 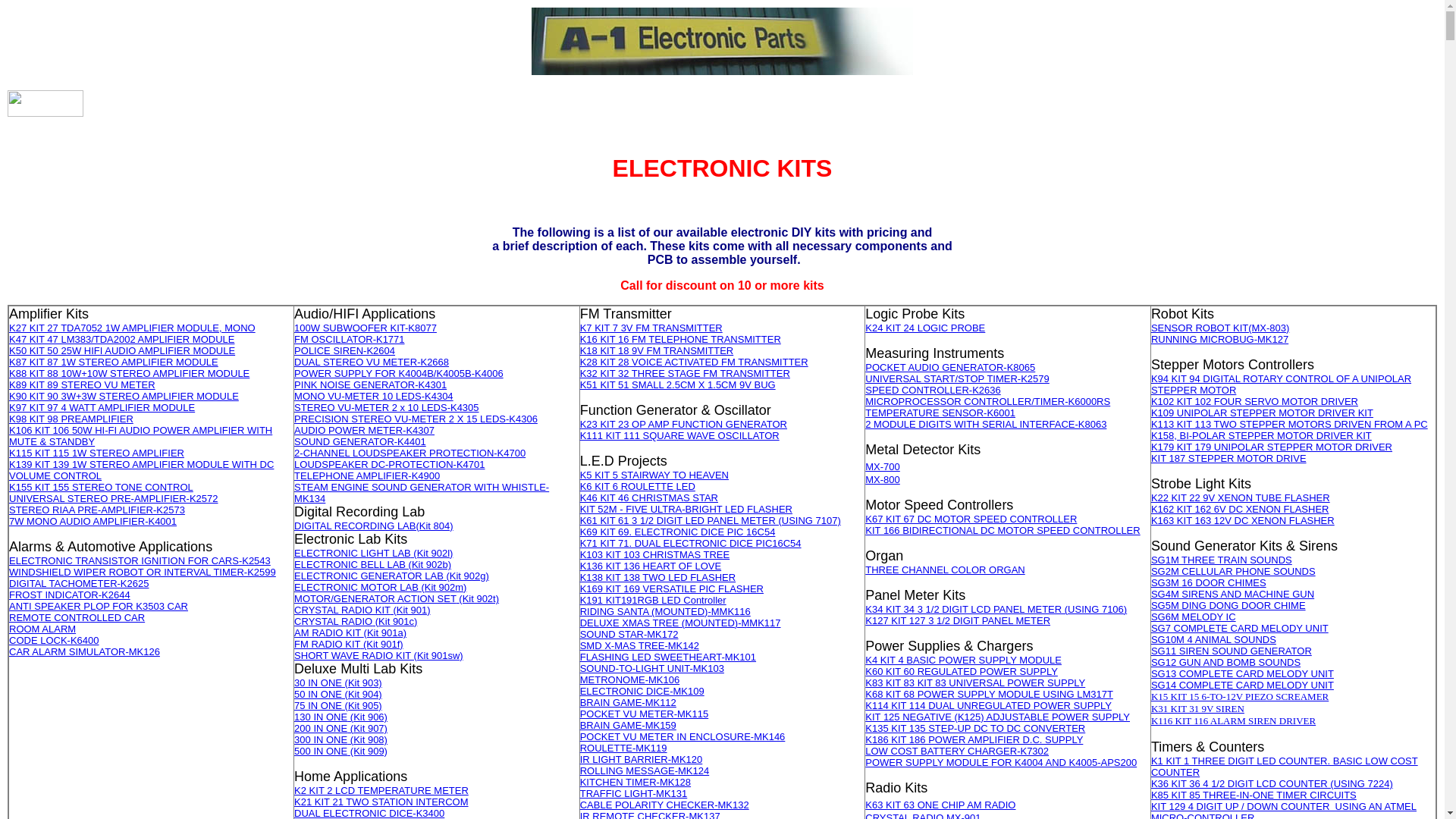 I want to click on 'FROST INDICATOR-K2644', so click(x=68, y=594).